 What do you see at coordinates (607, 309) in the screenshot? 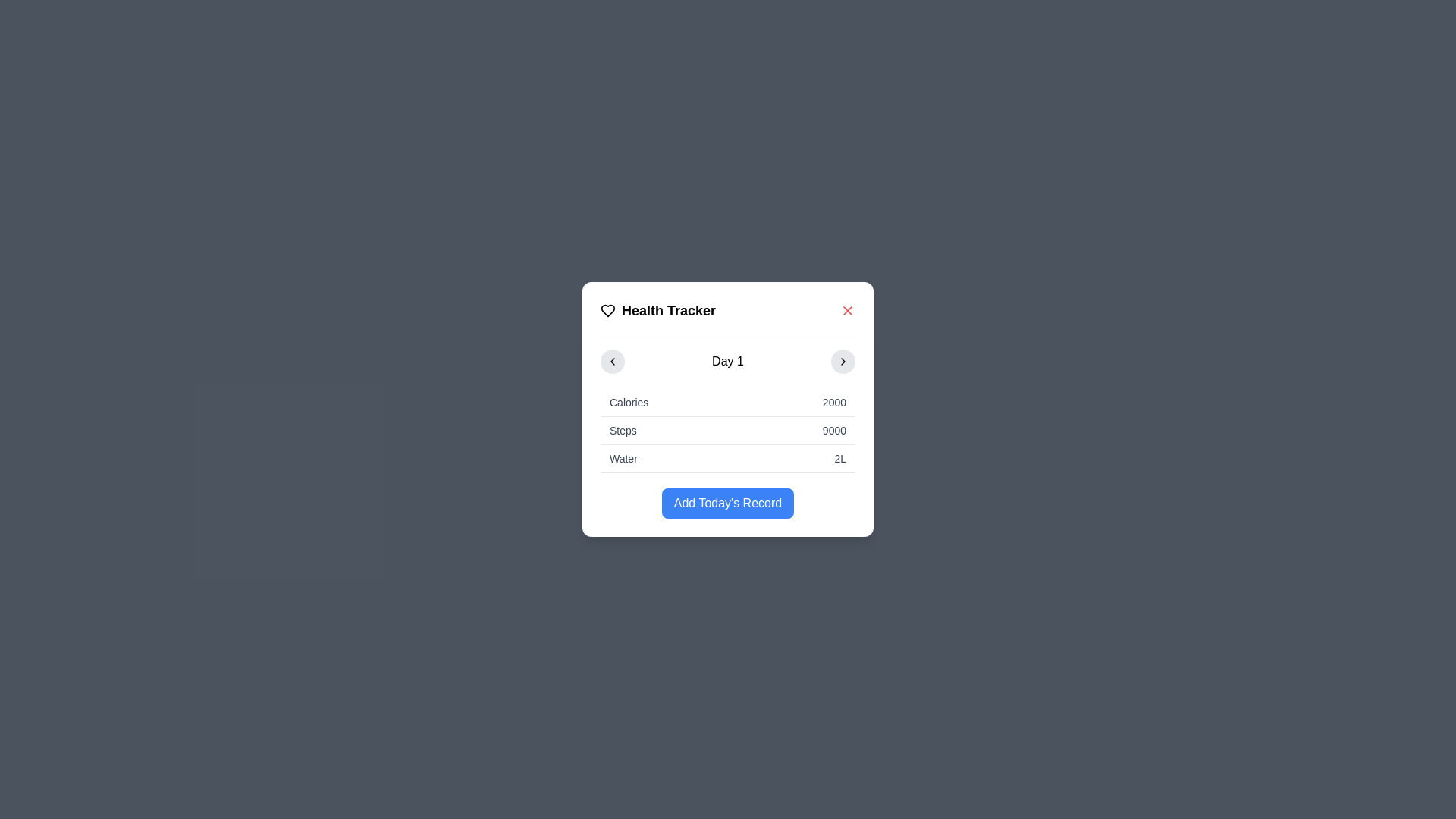
I see `the Heart icon located in the top-left portion of the dialog's header area to interact with it` at bounding box center [607, 309].